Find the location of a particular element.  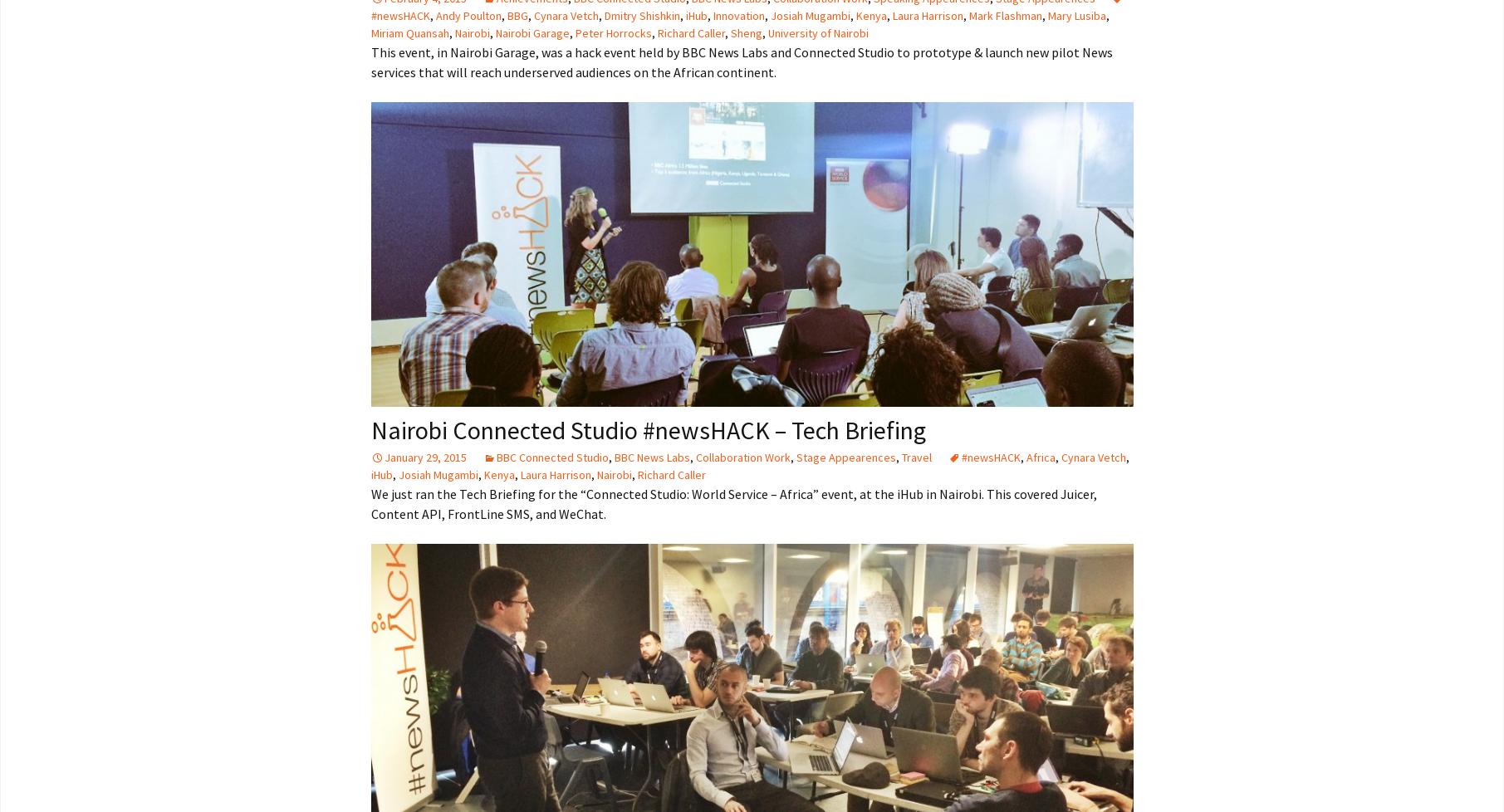

'Peter Horrocks' is located at coordinates (611, 32).